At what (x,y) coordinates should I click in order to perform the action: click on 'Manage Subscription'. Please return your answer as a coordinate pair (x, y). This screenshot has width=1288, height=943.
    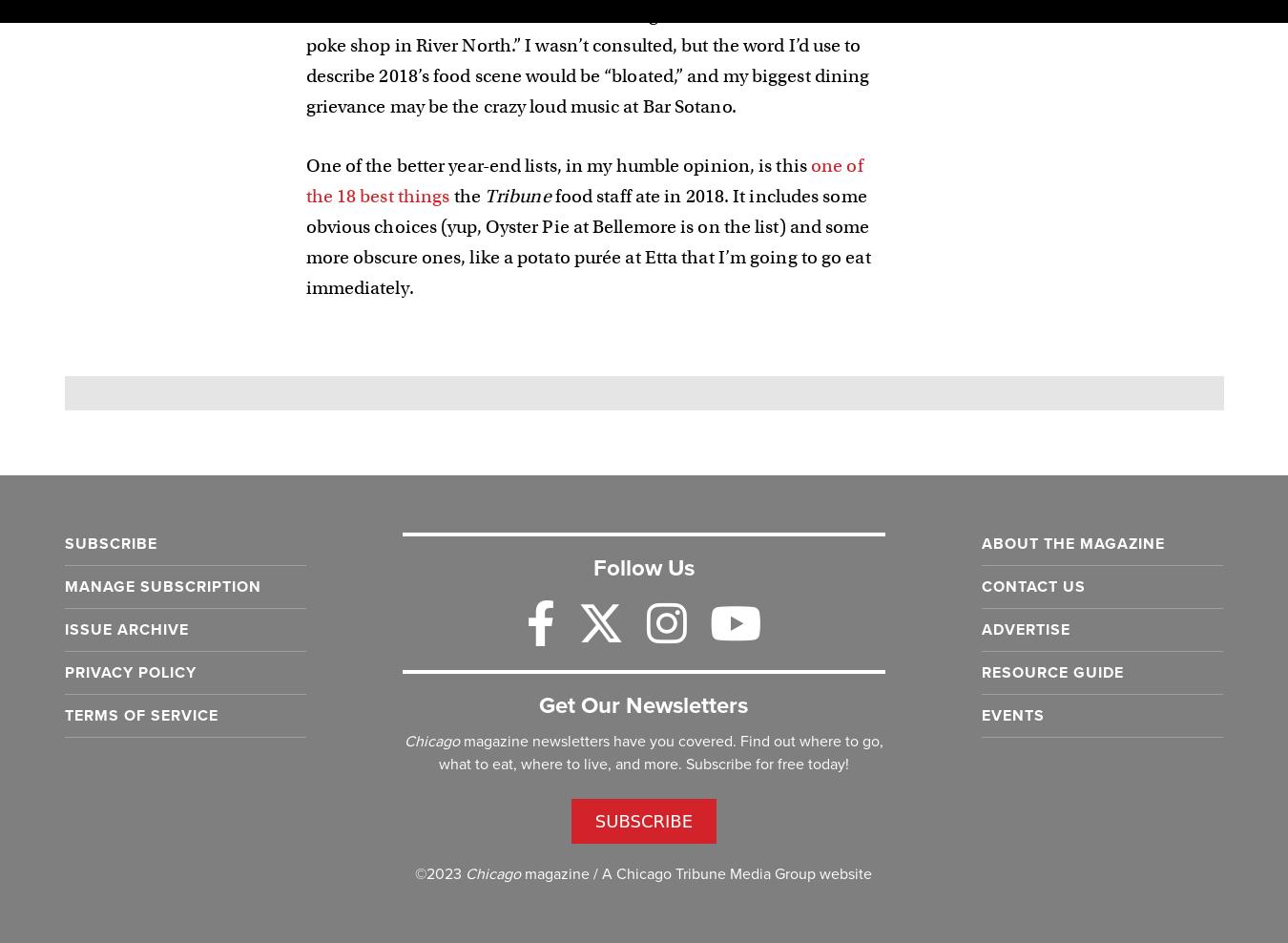
    Looking at the image, I should click on (161, 586).